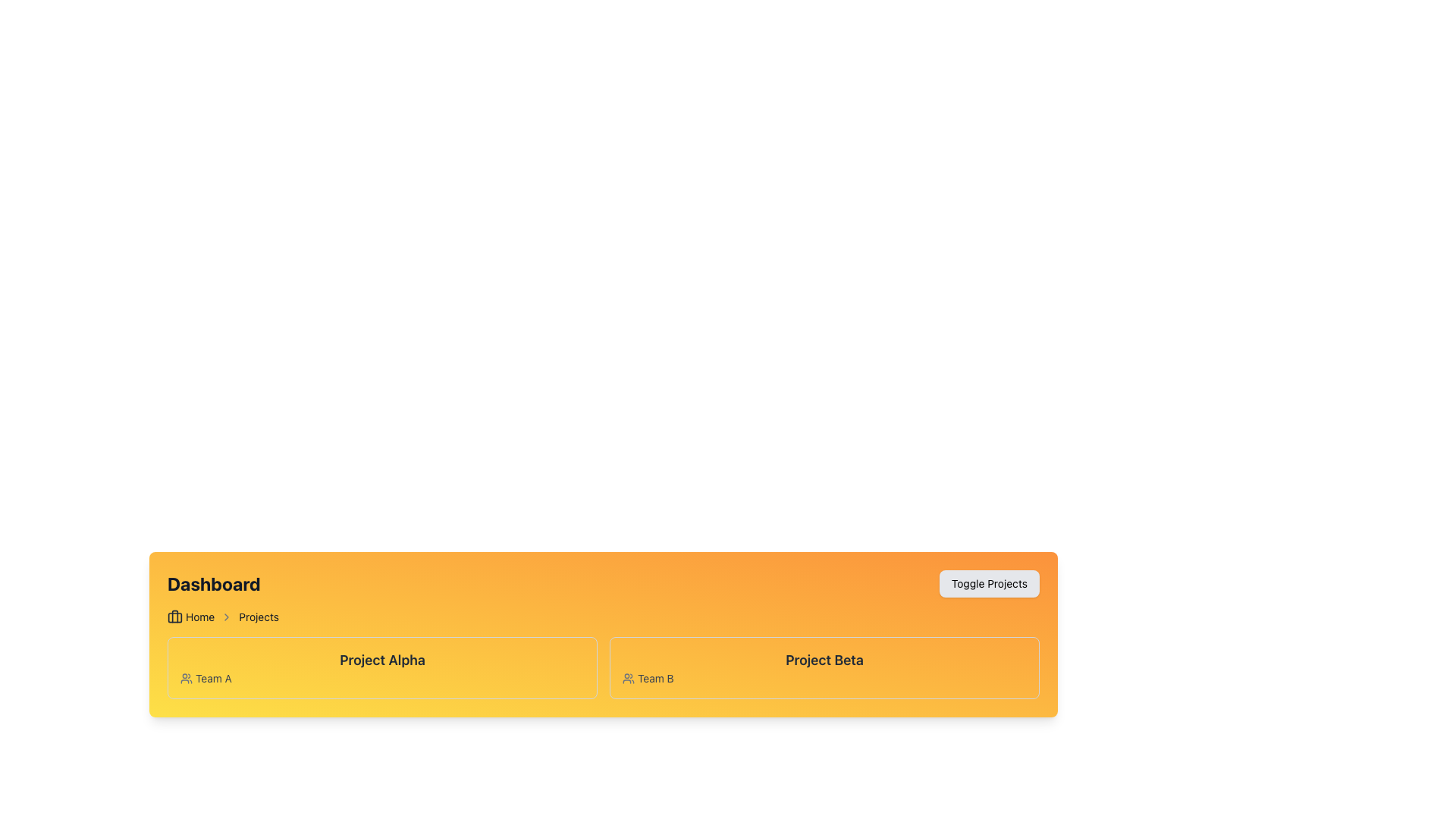 Image resolution: width=1456 pixels, height=819 pixels. Describe the element at coordinates (199, 617) in the screenshot. I see `'Home' text label in the breadcrumb navigation located immediately to the right of the briefcase icon` at that location.